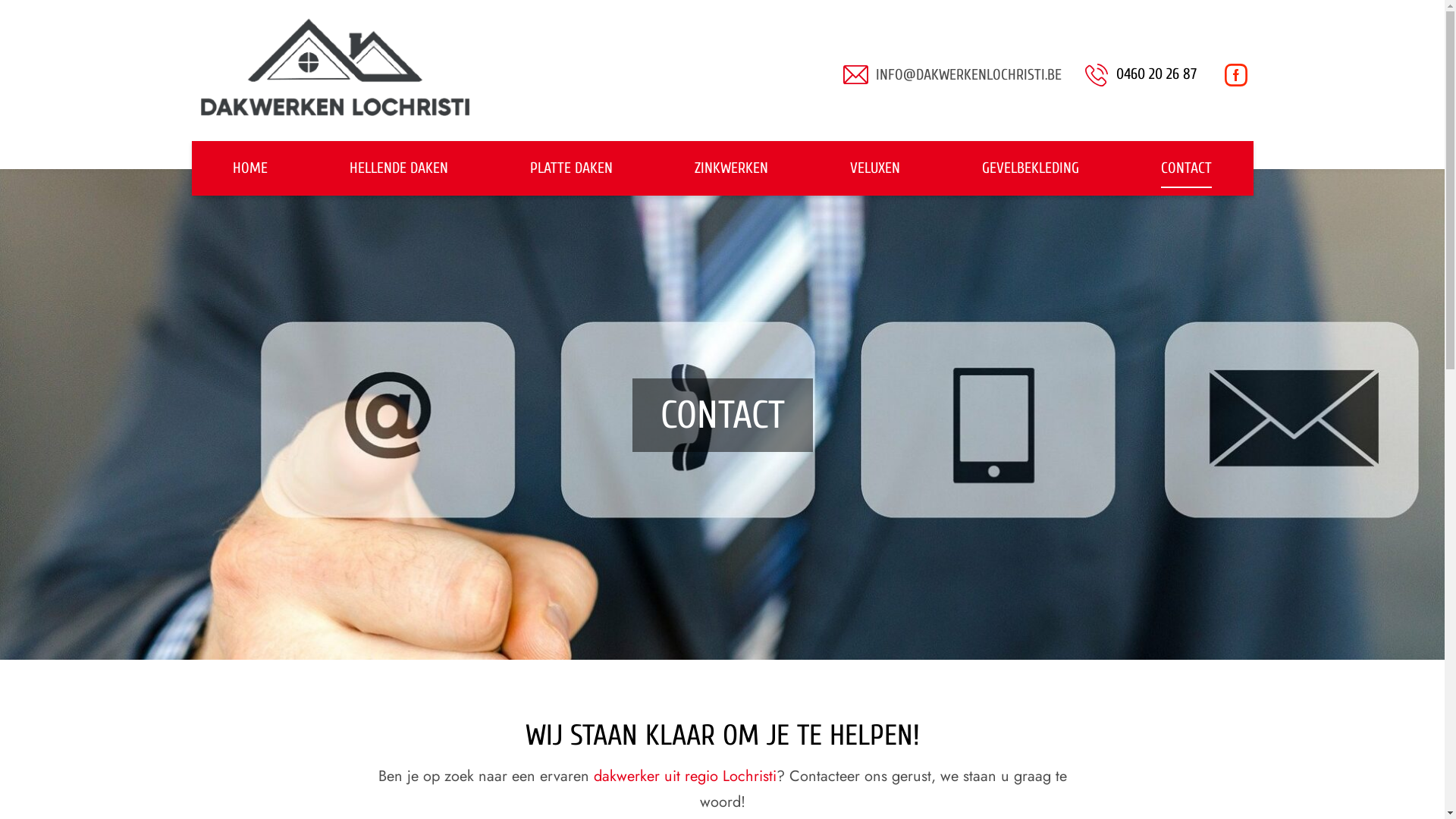 The image size is (1456, 819). What do you see at coordinates (1140, 75) in the screenshot?
I see `'0460 20 26 87'` at bounding box center [1140, 75].